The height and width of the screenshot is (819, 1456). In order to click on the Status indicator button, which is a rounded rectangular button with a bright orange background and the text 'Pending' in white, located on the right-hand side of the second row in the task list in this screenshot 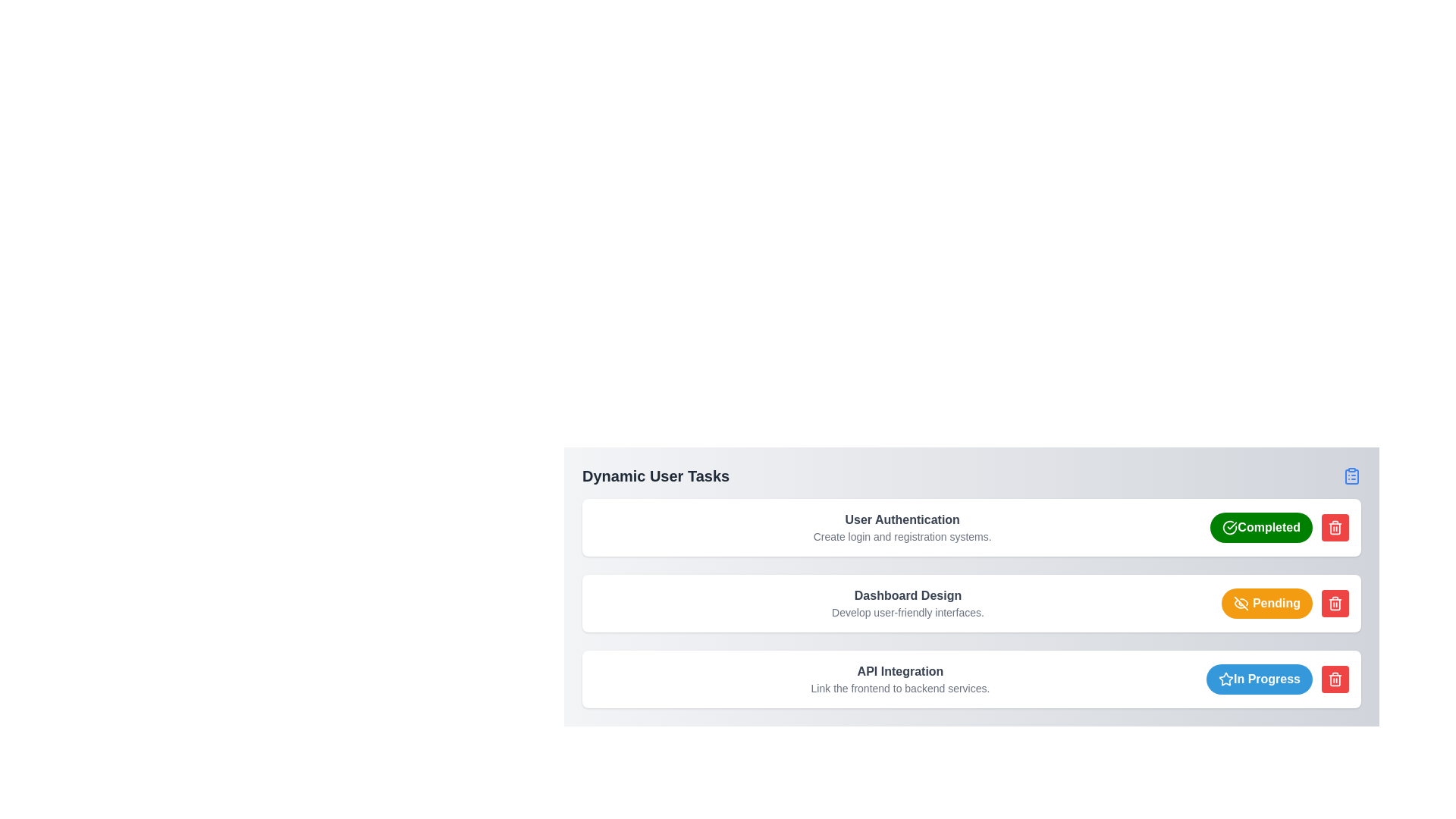, I will do `click(1266, 602)`.